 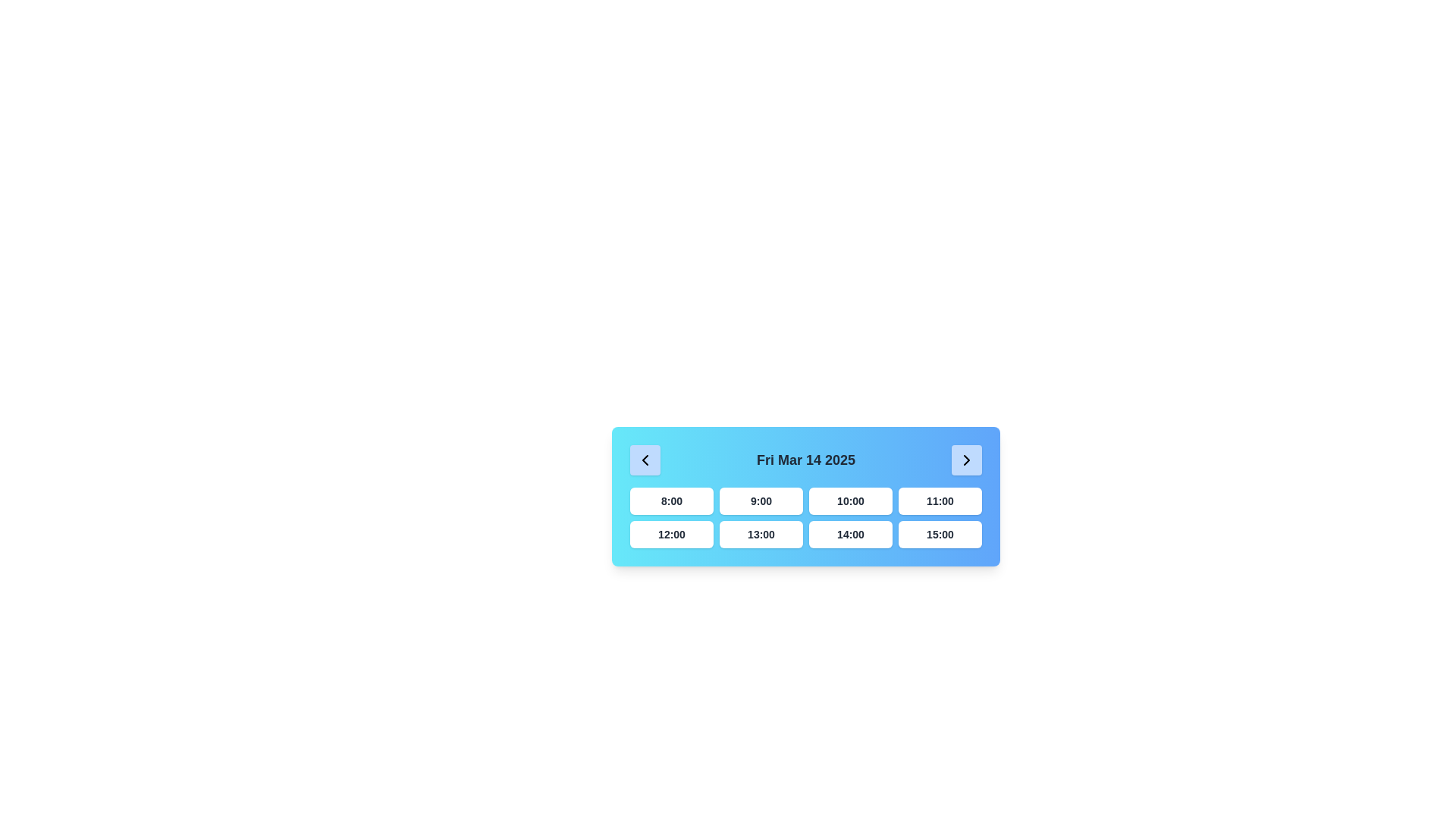 I want to click on the left-pointing chevron icon embedded within the light blue rounded rectangular button, so click(x=645, y=459).